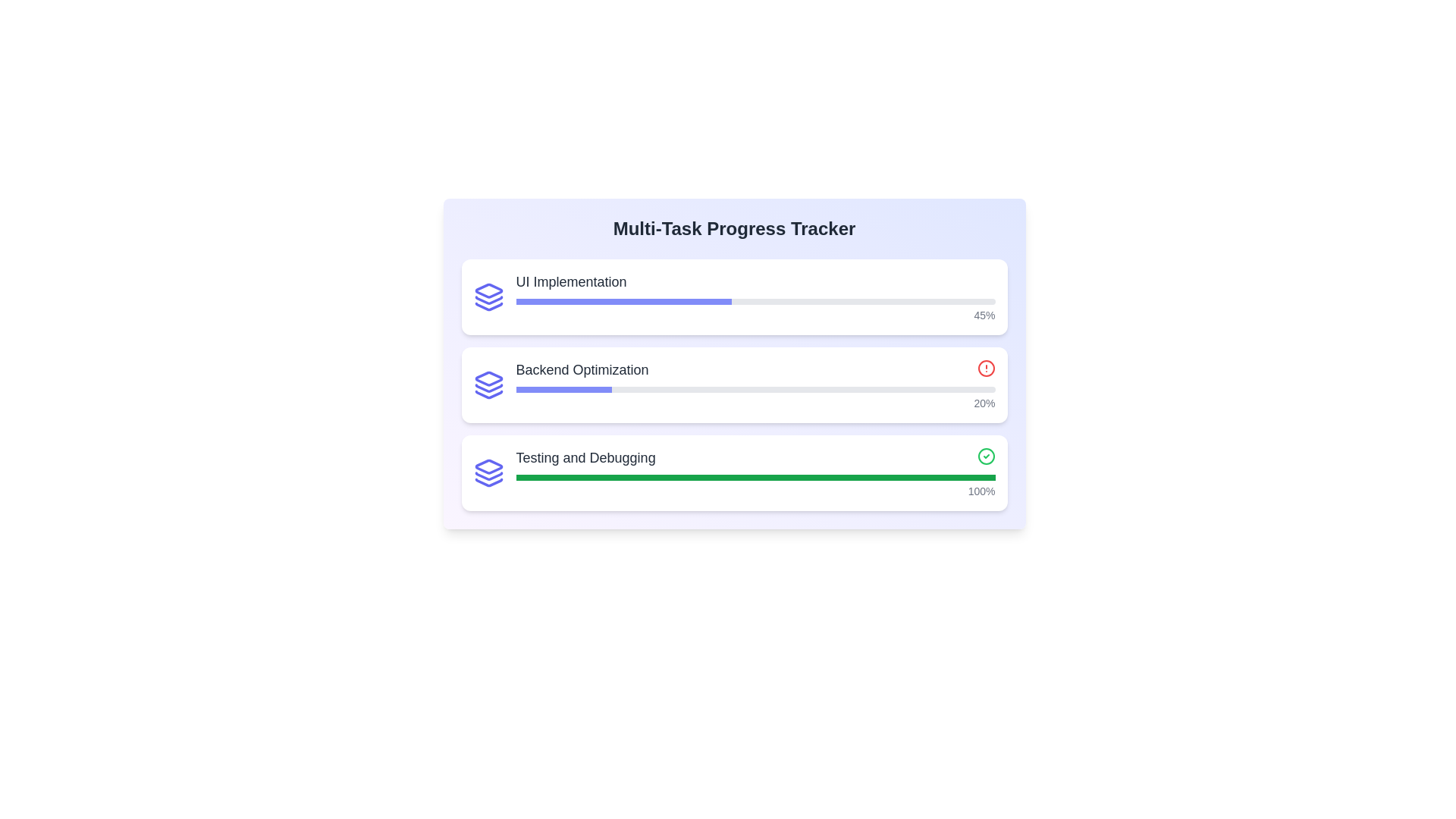 The image size is (1456, 819). Describe the element at coordinates (986, 455) in the screenshot. I see `SVG graphic element representing the completion of the 'Testing and Debugging' task, located at the right end of the progress bar in the third task row` at that location.